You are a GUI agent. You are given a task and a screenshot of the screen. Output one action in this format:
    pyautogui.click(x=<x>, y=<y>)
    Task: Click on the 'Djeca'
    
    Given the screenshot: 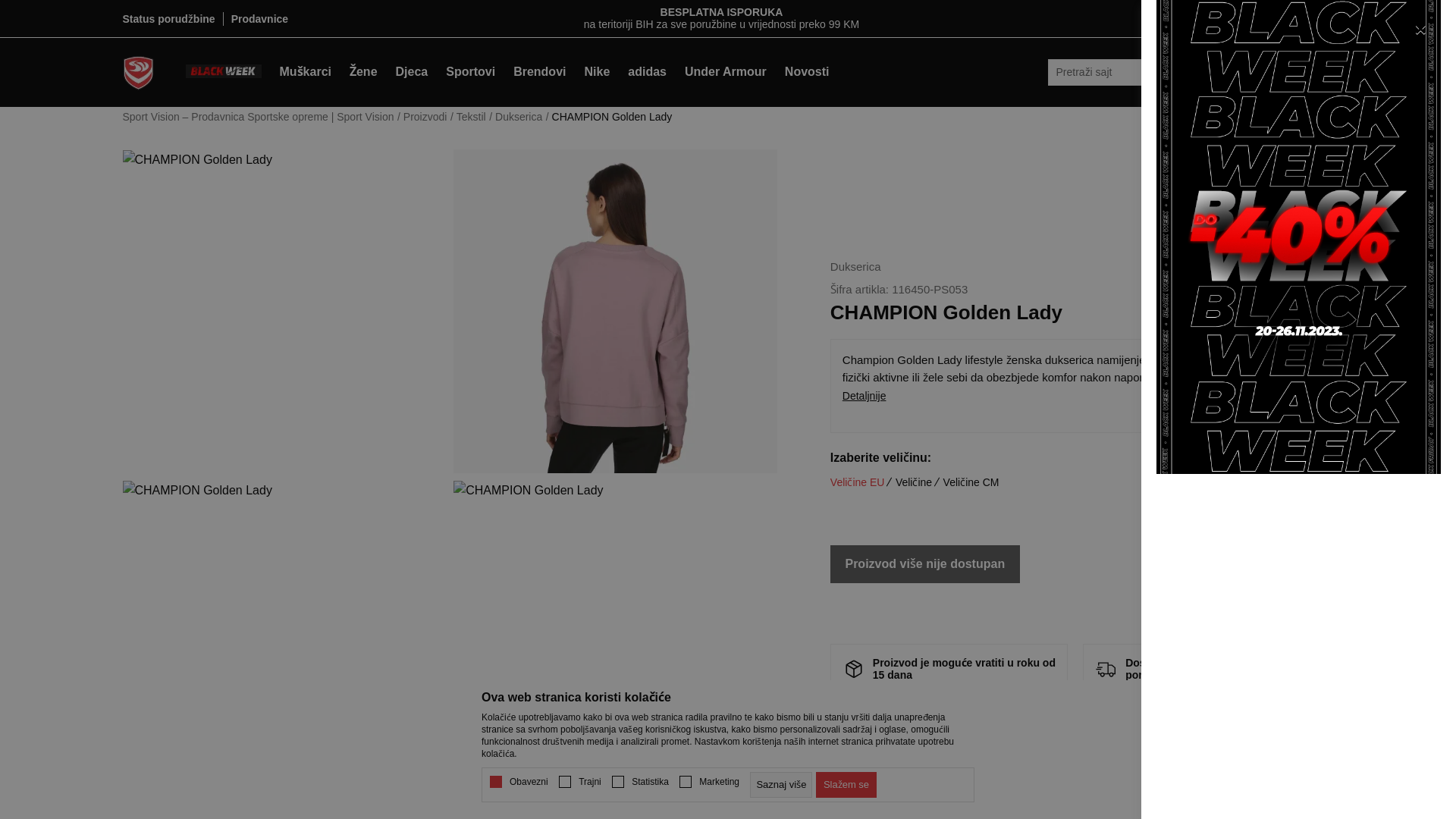 What is the action you would take?
    pyautogui.click(x=412, y=72)
    